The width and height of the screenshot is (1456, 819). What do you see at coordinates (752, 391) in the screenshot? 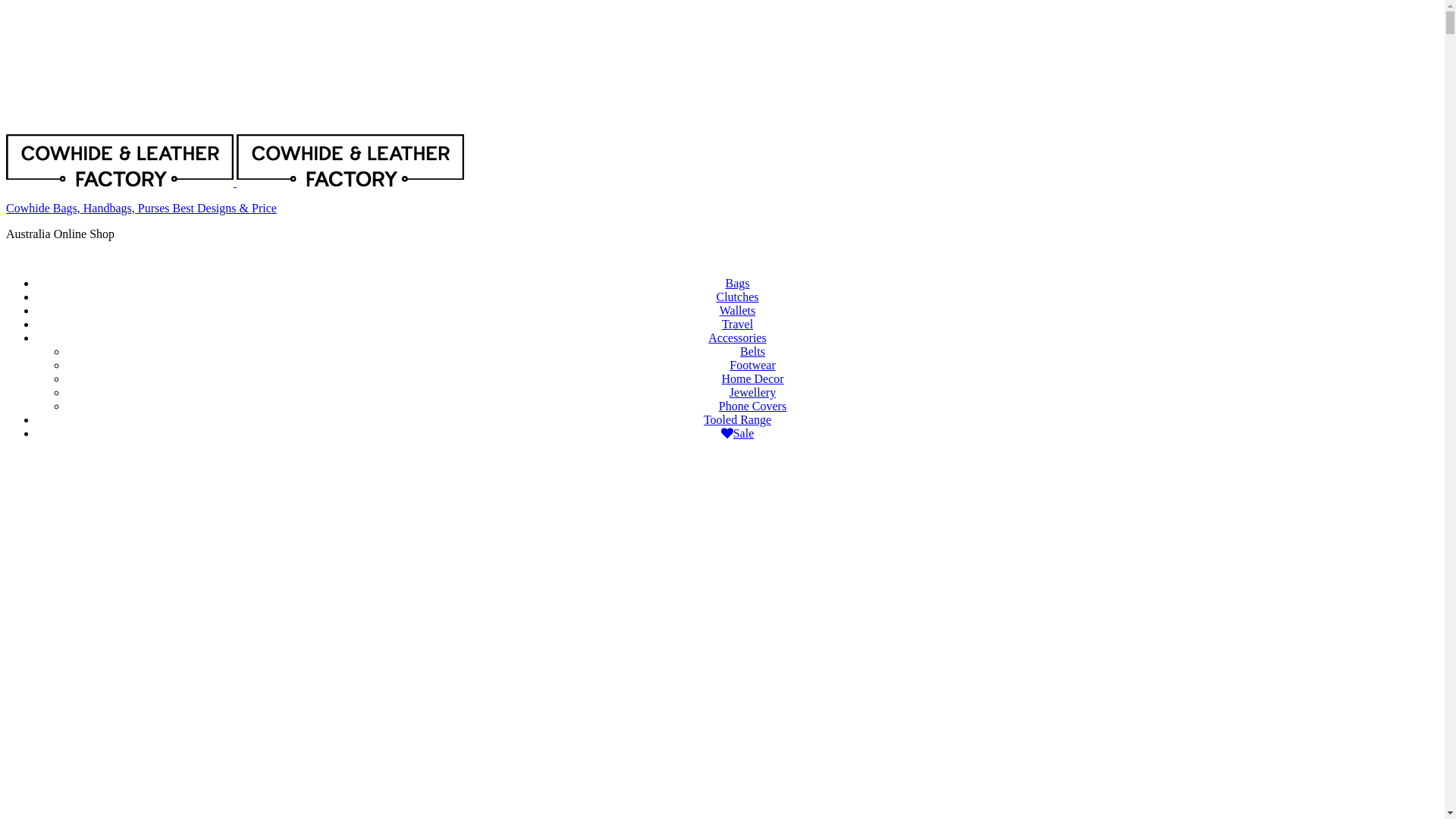
I see `'Jewellery'` at bounding box center [752, 391].